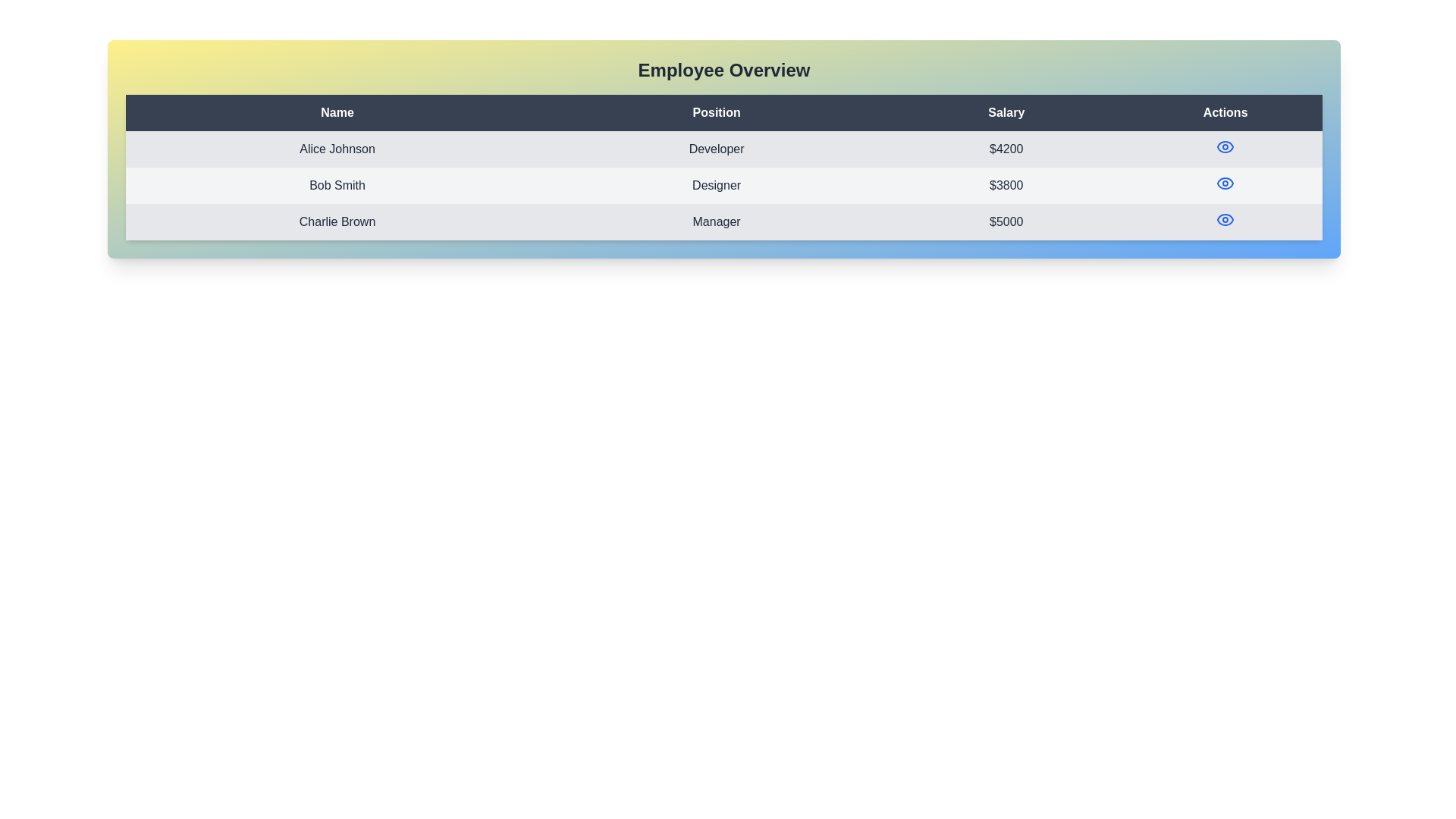 This screenshot has height=819, width=1456. Describe the element at coordinates (337, 185) in the screenshot. I see `the text label displaying 'Bob Smith' located in the second data row of the table under the 'Name' column` at that location.